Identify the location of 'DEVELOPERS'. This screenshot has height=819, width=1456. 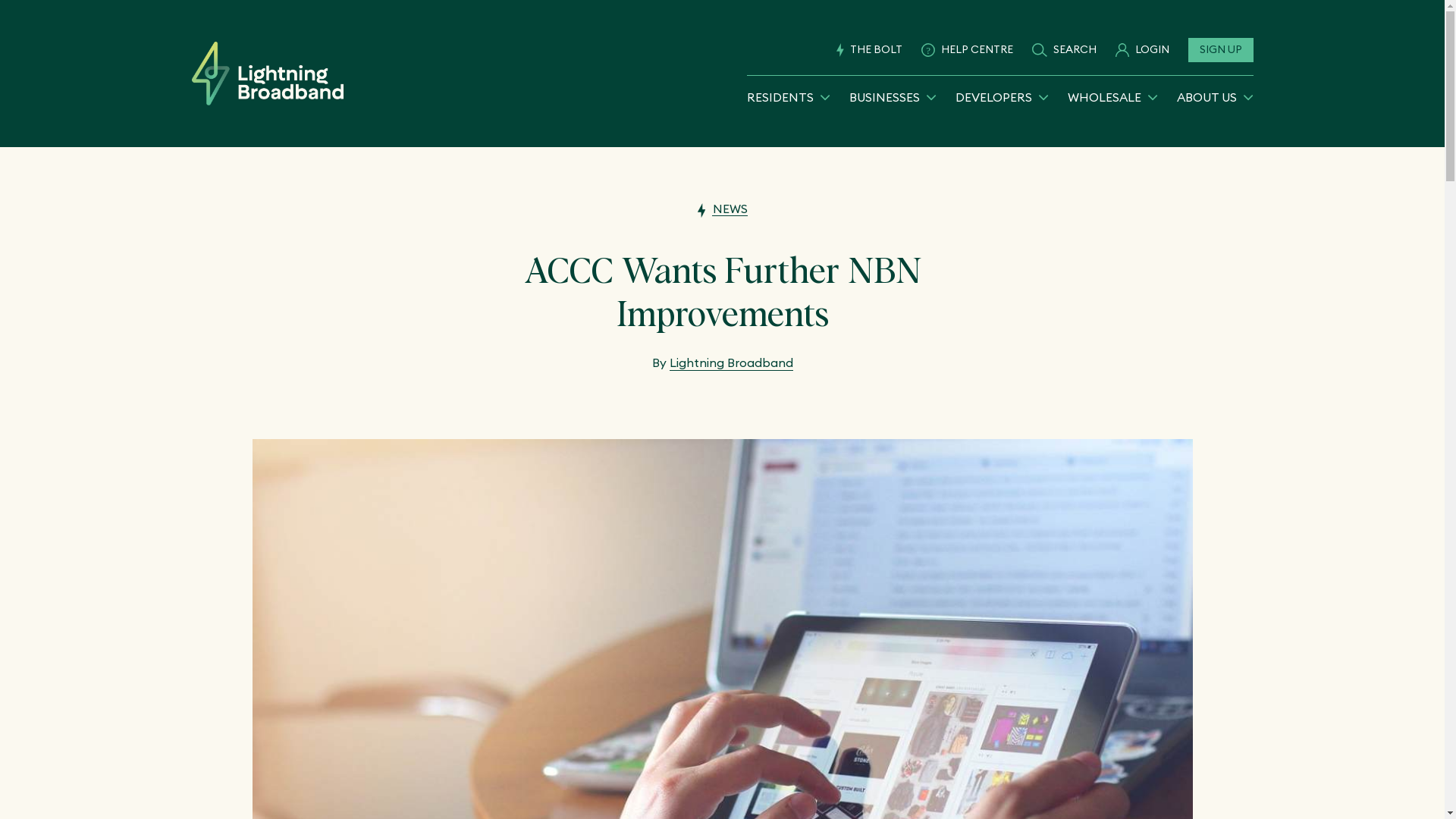
(1002, 97).